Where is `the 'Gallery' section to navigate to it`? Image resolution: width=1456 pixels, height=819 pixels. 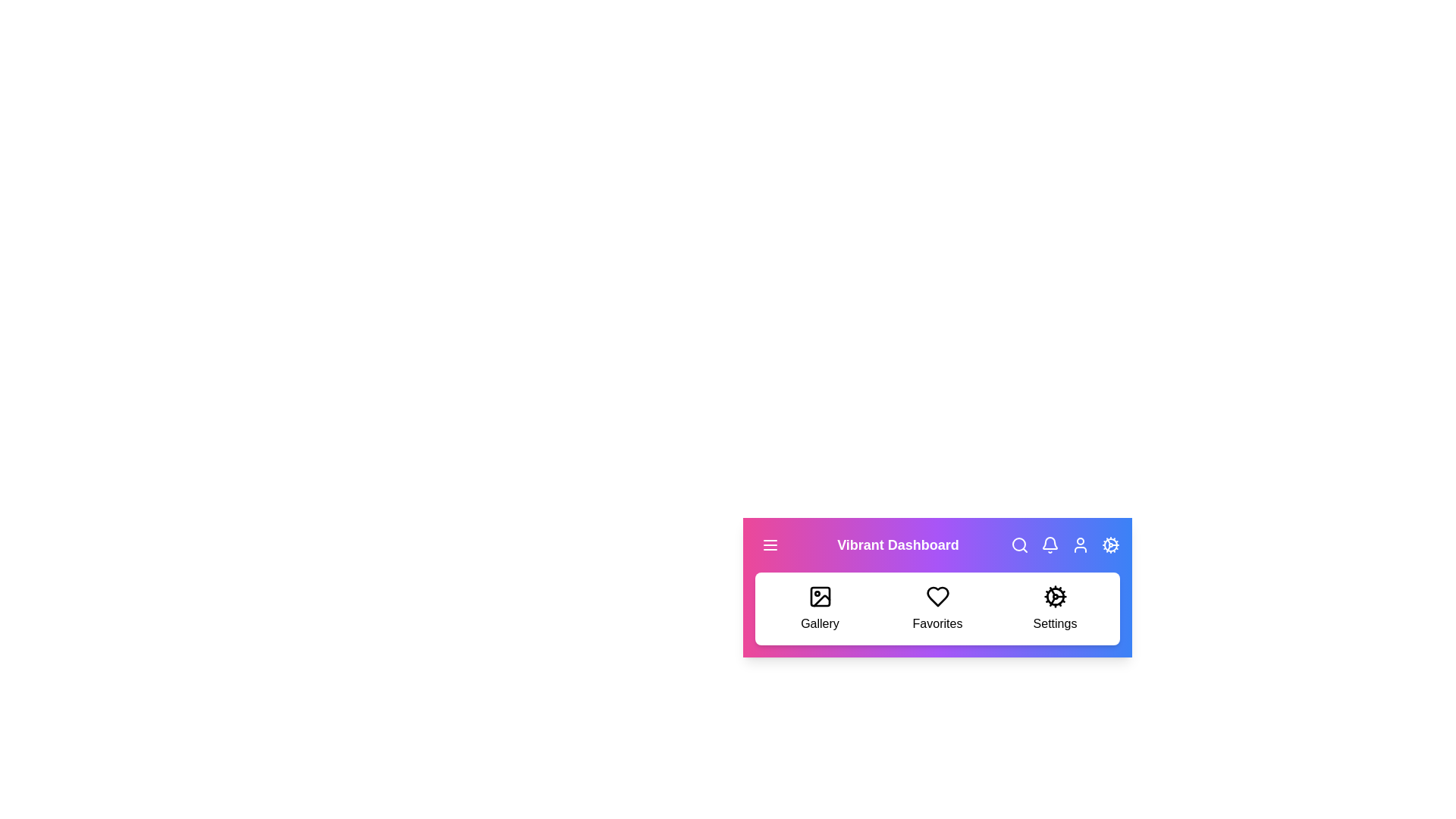
the 'Gallery' section to navigate to it is located at coordinates (819, 607).